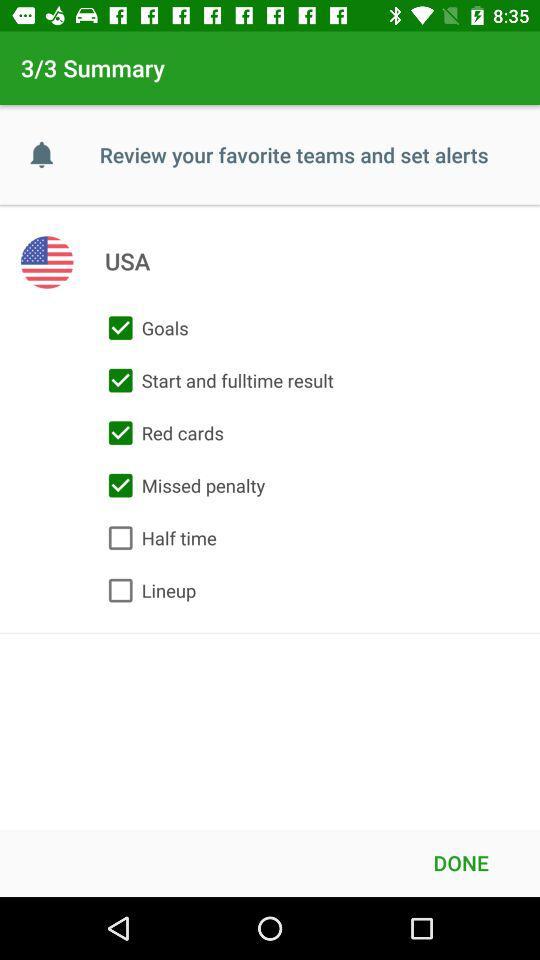 The image size is (540, 960). What do you see at coordinates (146, 590) in the screenshot?
I see `the lineup` at bounding box center [146, 590].